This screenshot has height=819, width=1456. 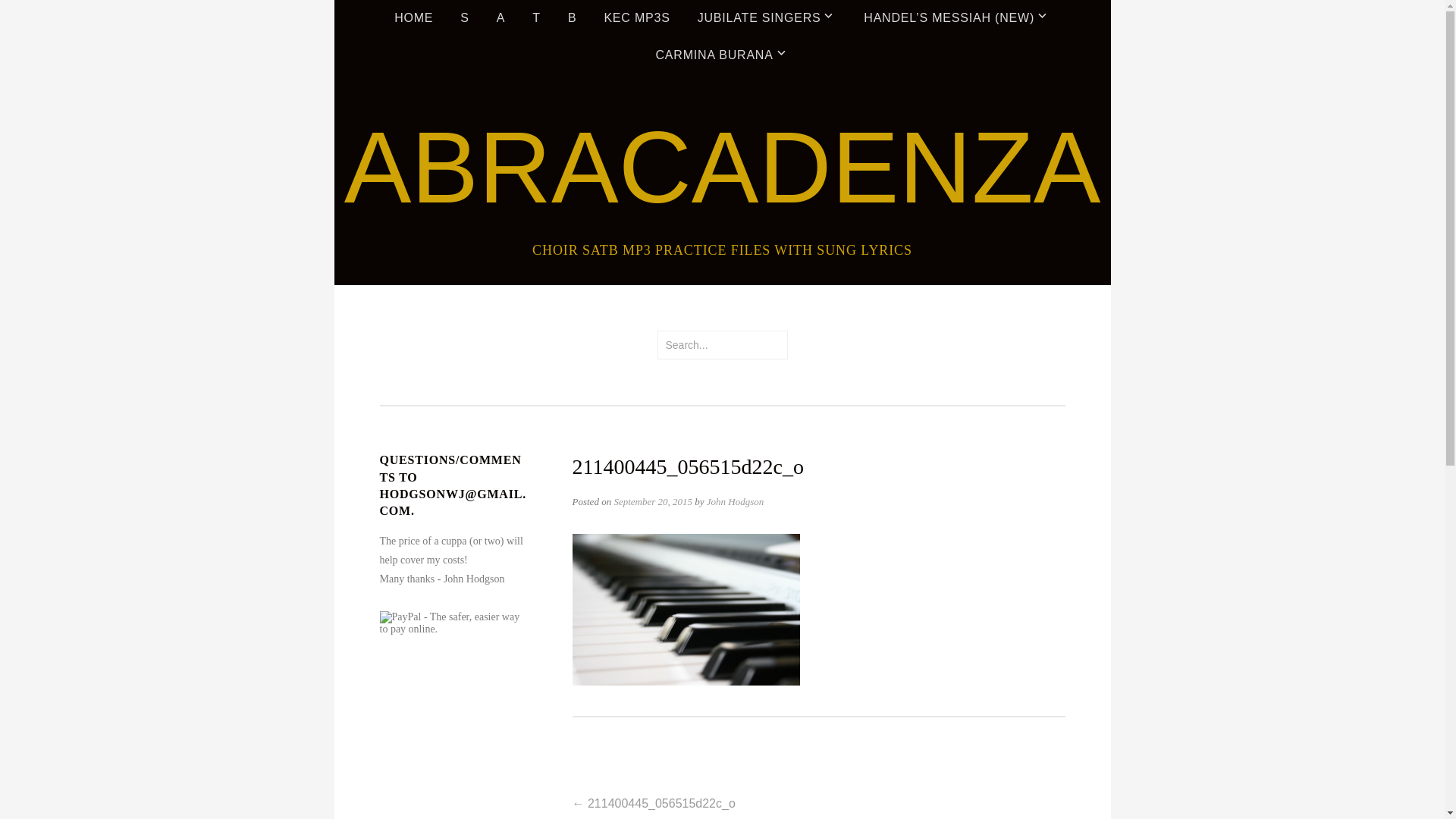 I want to click on 'JUBILATE SINGERS', so click(x=767, y=18).